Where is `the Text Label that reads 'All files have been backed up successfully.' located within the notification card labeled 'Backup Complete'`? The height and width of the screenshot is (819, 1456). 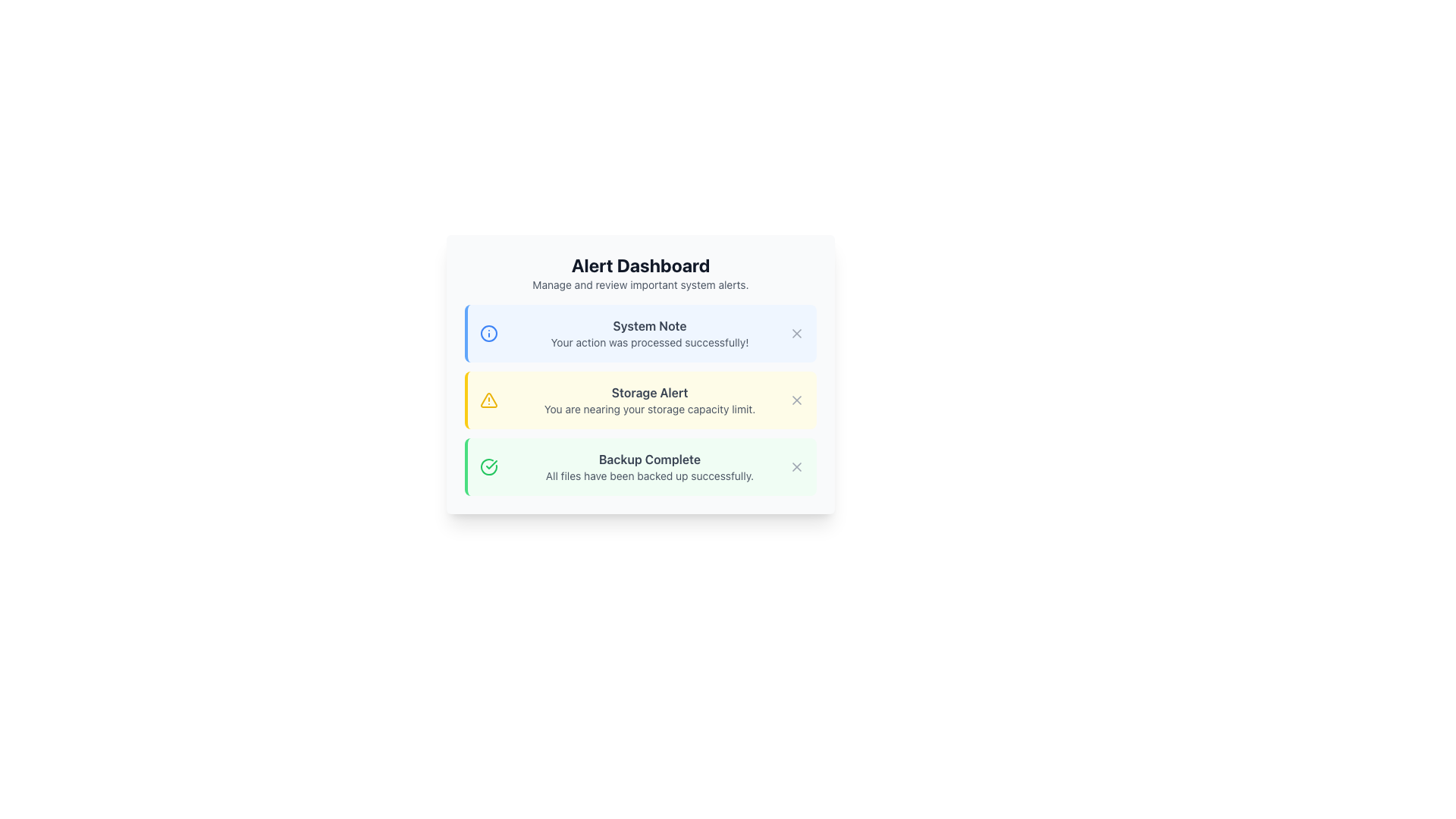
the Text Label that reads 'All files have been backed up successfully.' located within the notification card labeled 'Backup Complete' is located at coordinates (650, 475).